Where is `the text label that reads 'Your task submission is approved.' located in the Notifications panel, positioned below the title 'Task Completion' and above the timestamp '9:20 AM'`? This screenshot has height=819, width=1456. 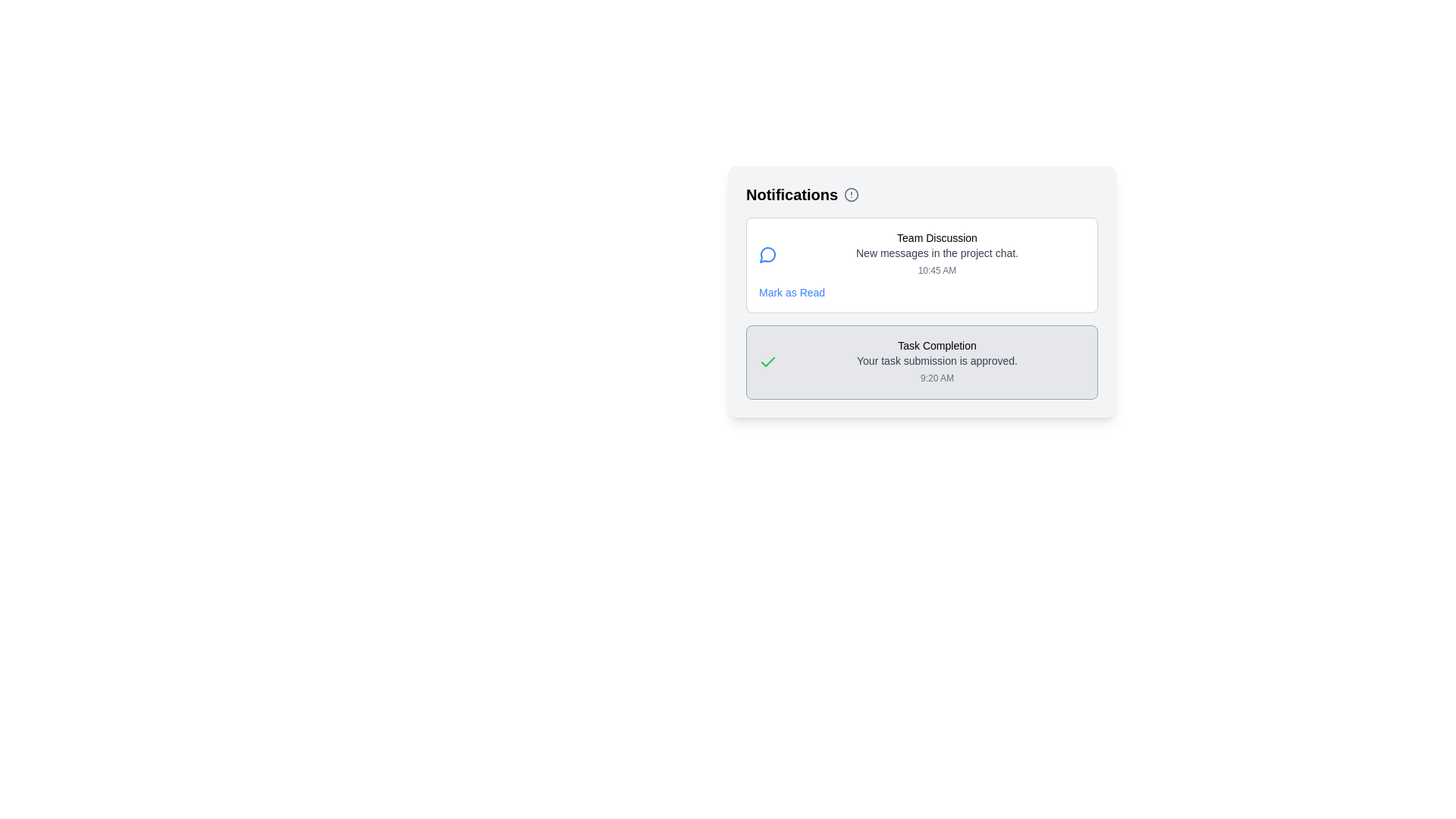 the text label that reads 'Your task submission is approved.' located in the Notifications panel, positioned below the title 'Task Completion' and above the timestamp '9:20 AM' is located at coordinates (937, 360).